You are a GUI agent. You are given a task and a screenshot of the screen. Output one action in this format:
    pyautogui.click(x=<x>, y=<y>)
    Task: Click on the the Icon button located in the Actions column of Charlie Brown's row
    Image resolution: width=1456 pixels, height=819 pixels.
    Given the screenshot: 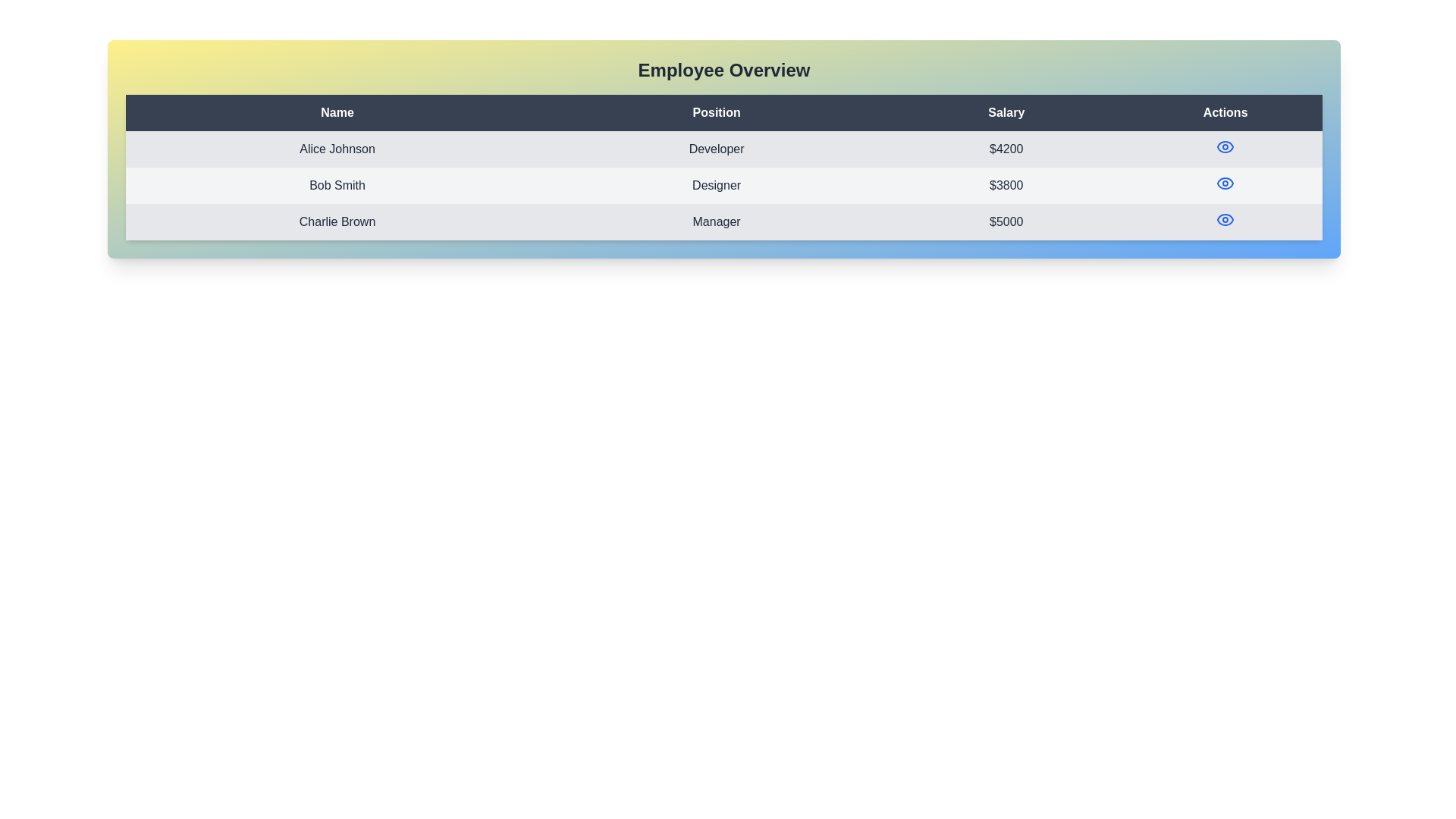 What is the action you would take?
    pyautogui.click(x=1225, y=219)
    